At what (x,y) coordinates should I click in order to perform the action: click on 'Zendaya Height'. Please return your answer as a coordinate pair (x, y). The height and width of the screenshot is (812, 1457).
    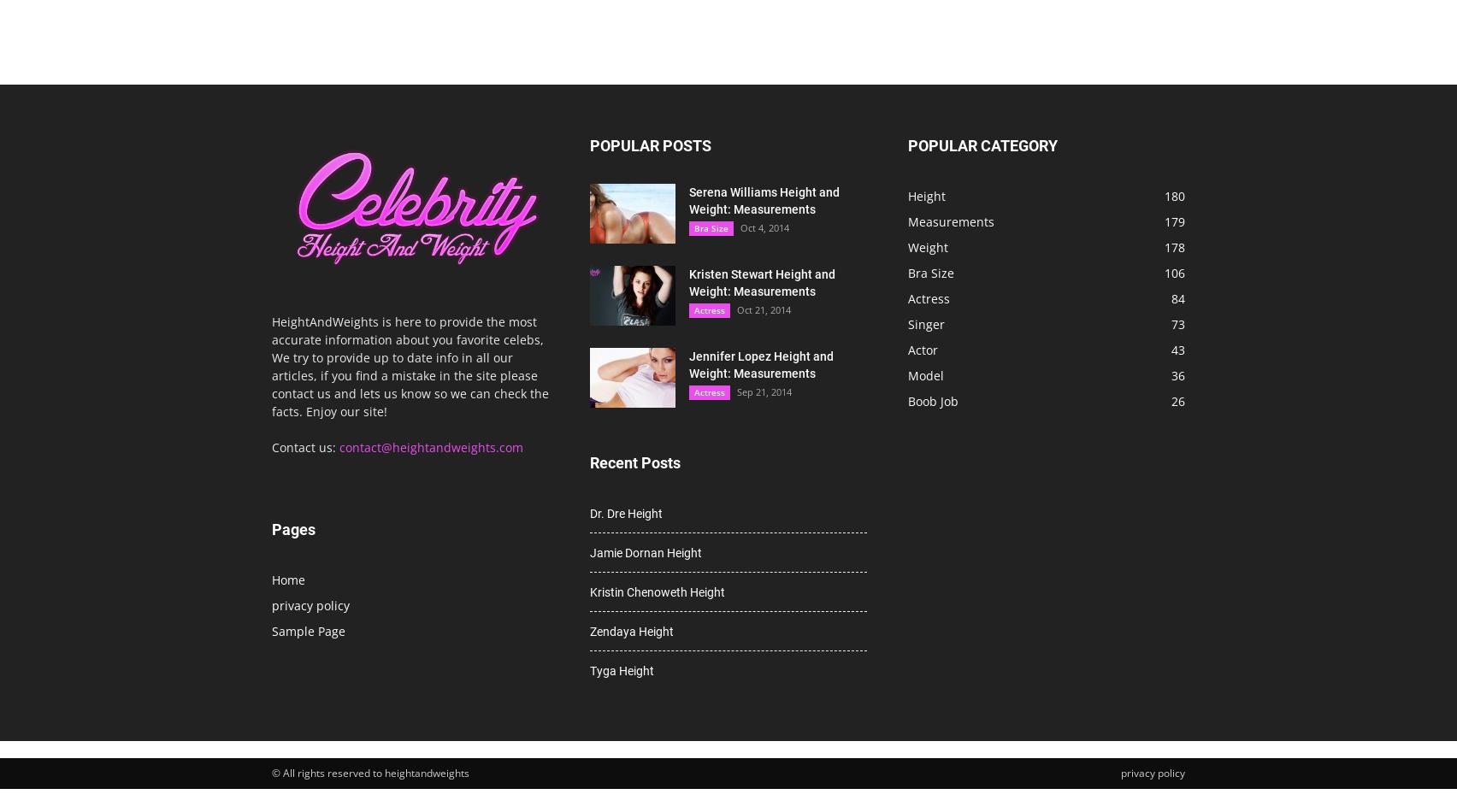
    Looking at the image, I should click on (588, 631).